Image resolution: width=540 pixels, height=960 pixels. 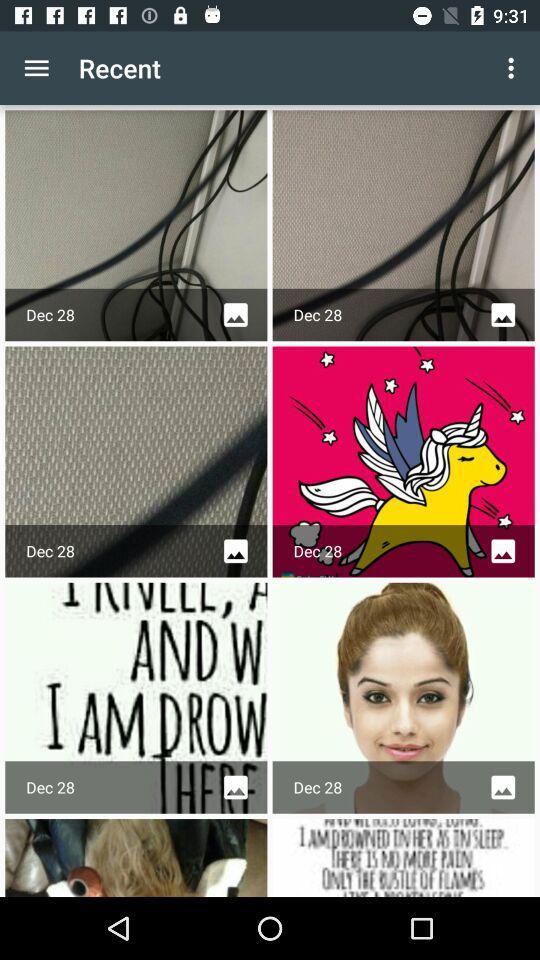 What do you see at coordinates (513, 68) in the screenshot?
I see `the app to the right of recent` at bounding box center [513, 68].